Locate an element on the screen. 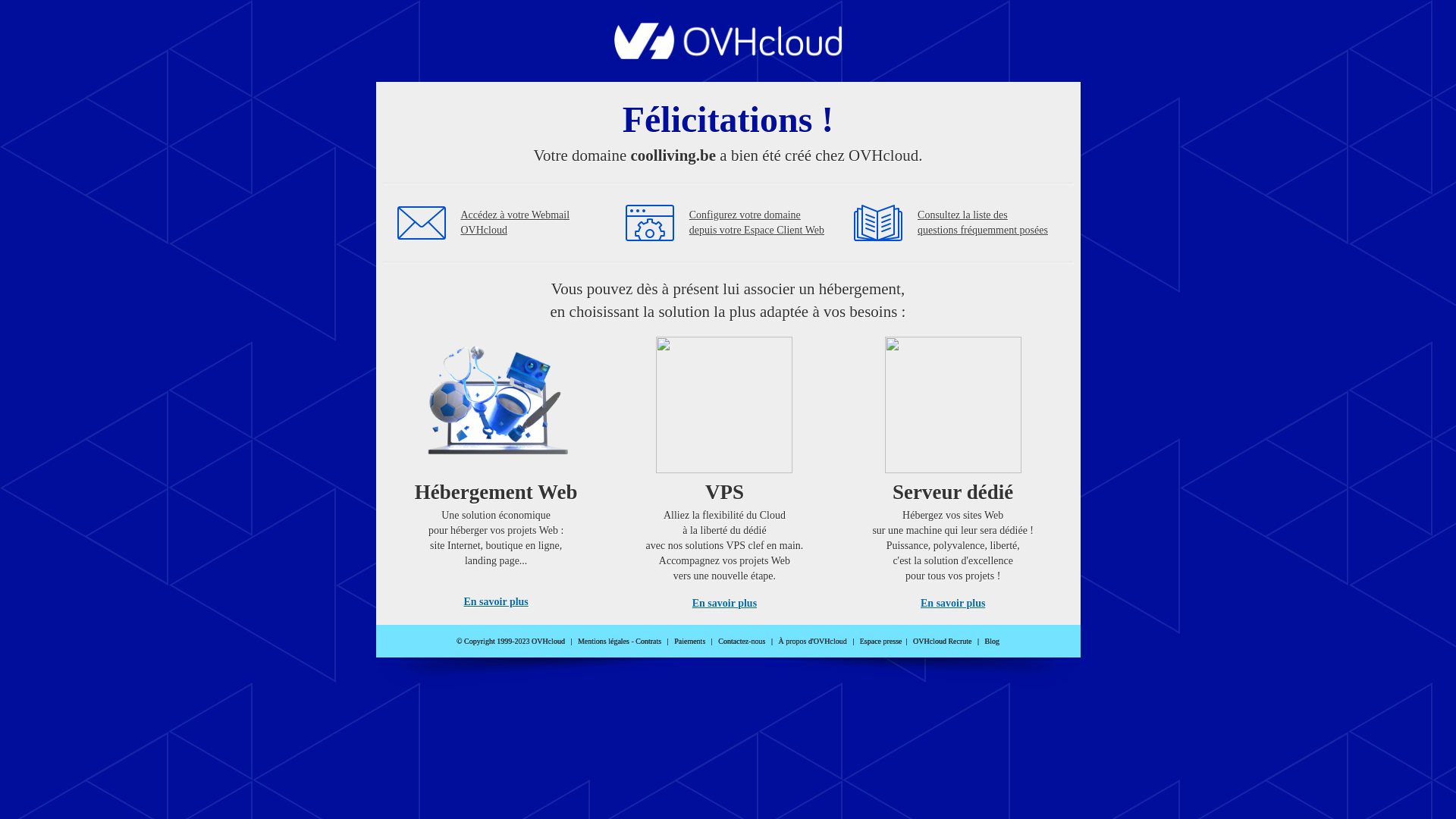 The image size is (1456, 819). 'OVHcloud Recrute' is located at coordinates (941, 641).